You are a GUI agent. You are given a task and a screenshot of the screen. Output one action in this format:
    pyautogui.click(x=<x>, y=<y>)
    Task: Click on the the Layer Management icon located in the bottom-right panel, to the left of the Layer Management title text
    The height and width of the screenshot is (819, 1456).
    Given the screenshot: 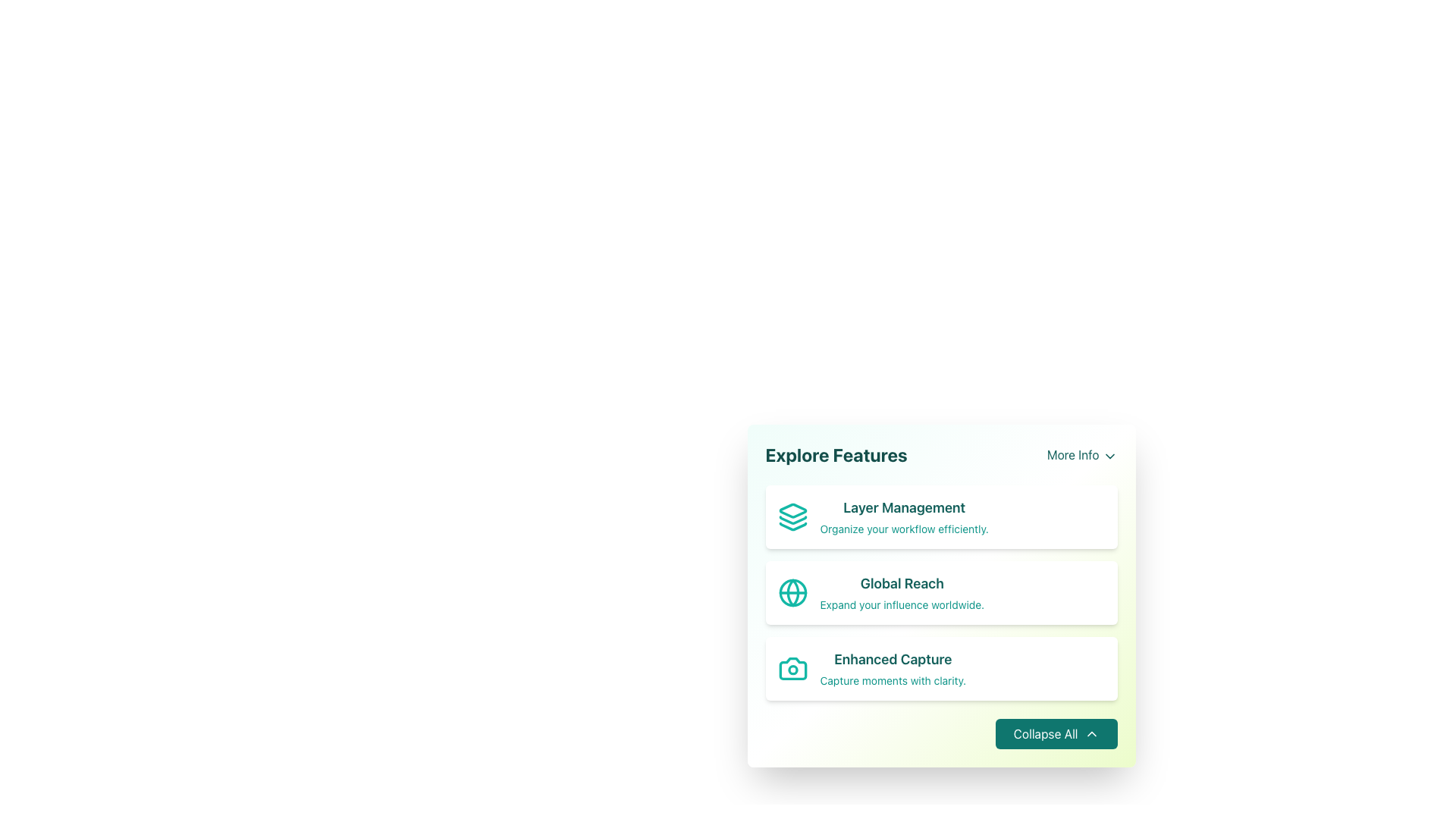 What is the action you would take?
    pyautogui.click(x=792, y=516)
    